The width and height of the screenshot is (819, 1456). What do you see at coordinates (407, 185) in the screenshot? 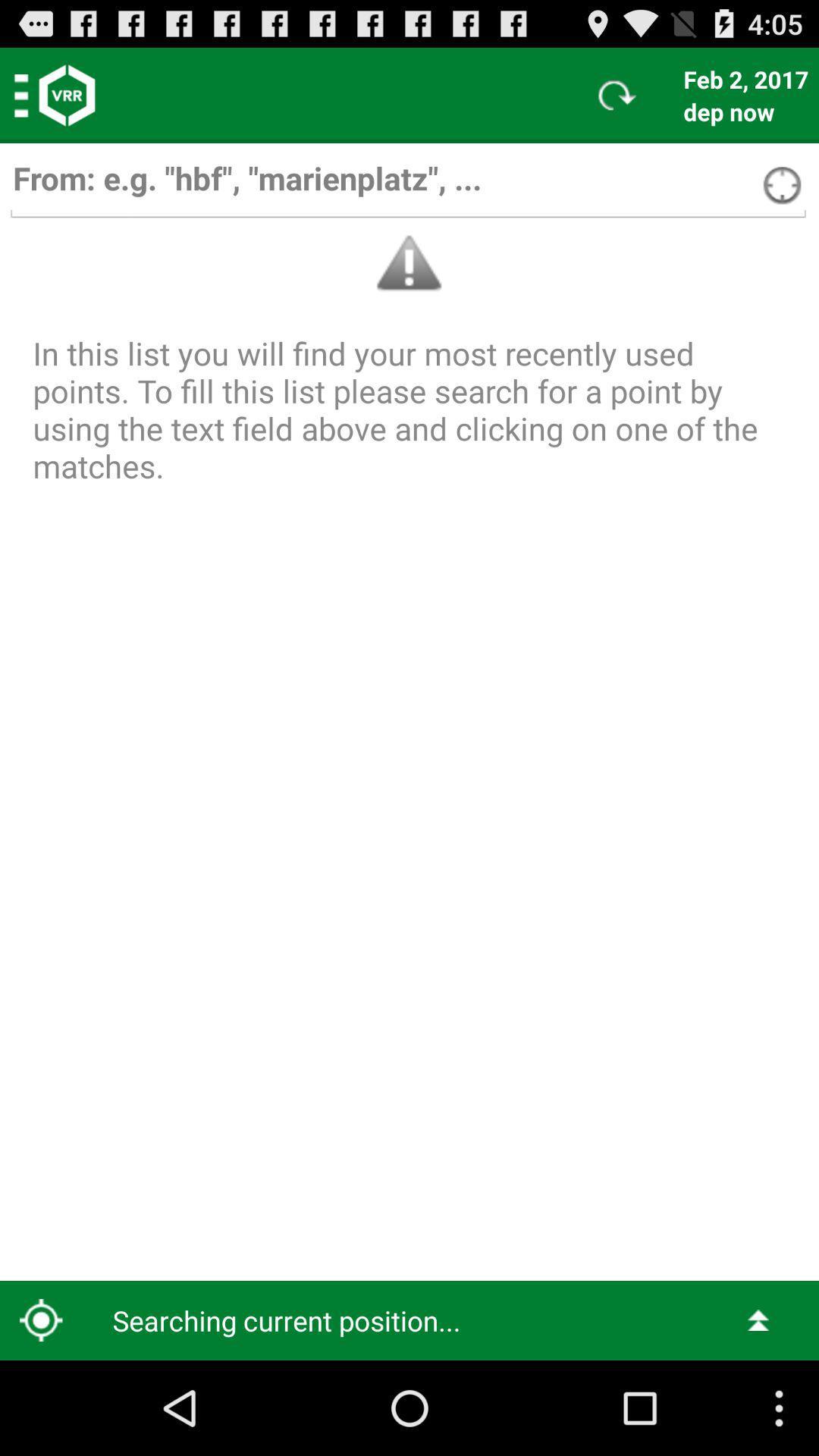
I see `search box` at bounding box center [407, 185].